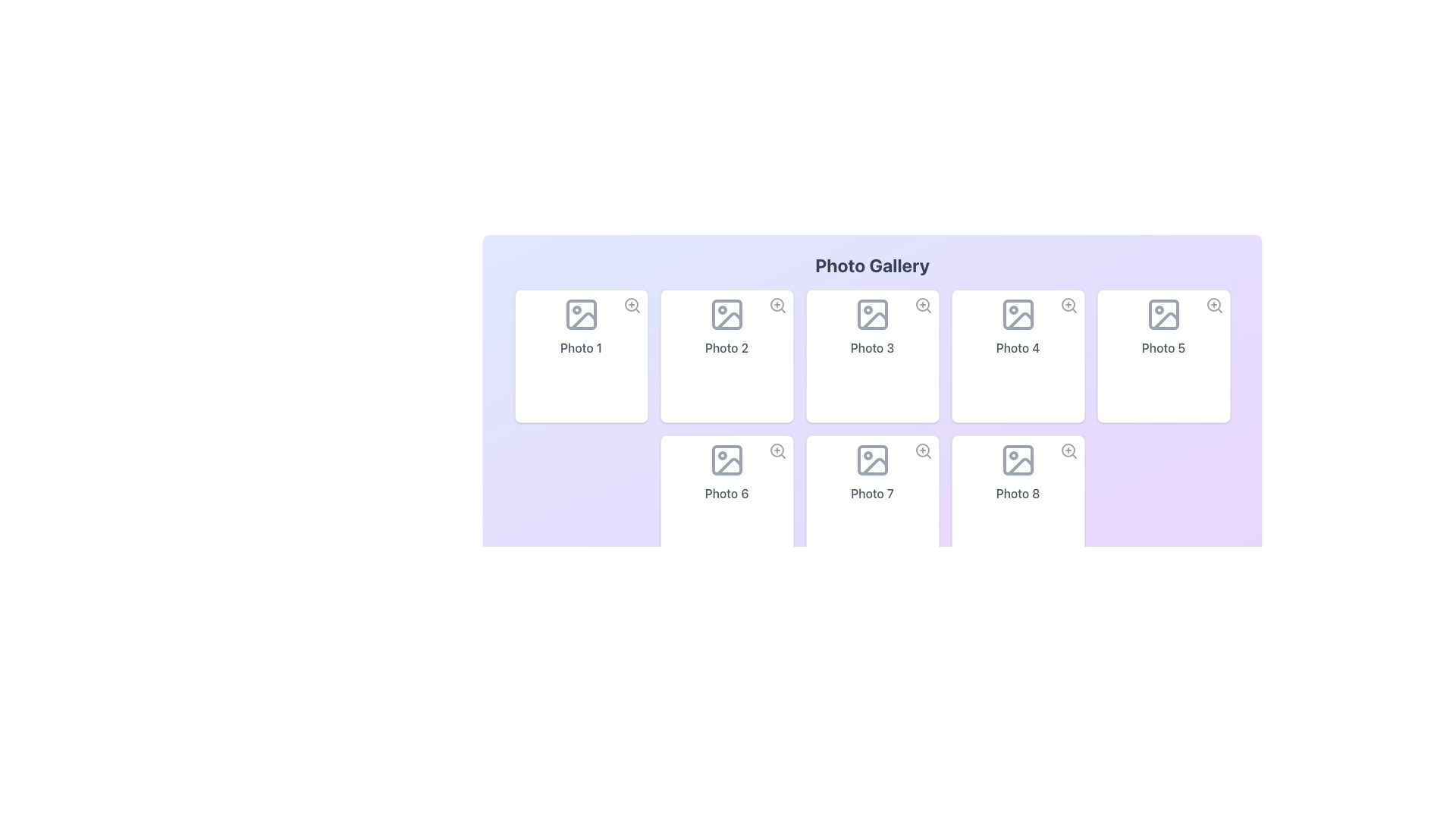 This screenshot has height=819, width=1456. Describe the element at coordinates (726, 502) in the screenshot. I see `the sixth interactive photo card in the 'Photo Gallery' section` at that location.